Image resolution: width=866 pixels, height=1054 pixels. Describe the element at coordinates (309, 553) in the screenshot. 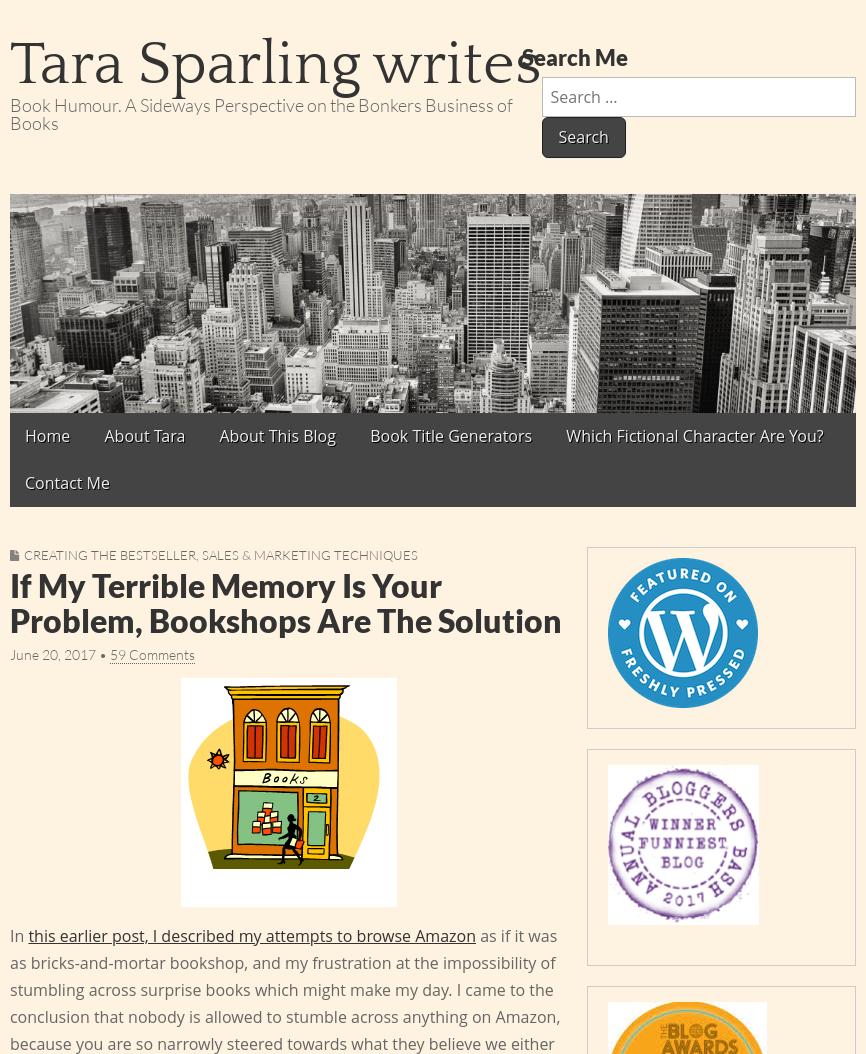

I see `'Sales & Marketing Techniques'` at that location.